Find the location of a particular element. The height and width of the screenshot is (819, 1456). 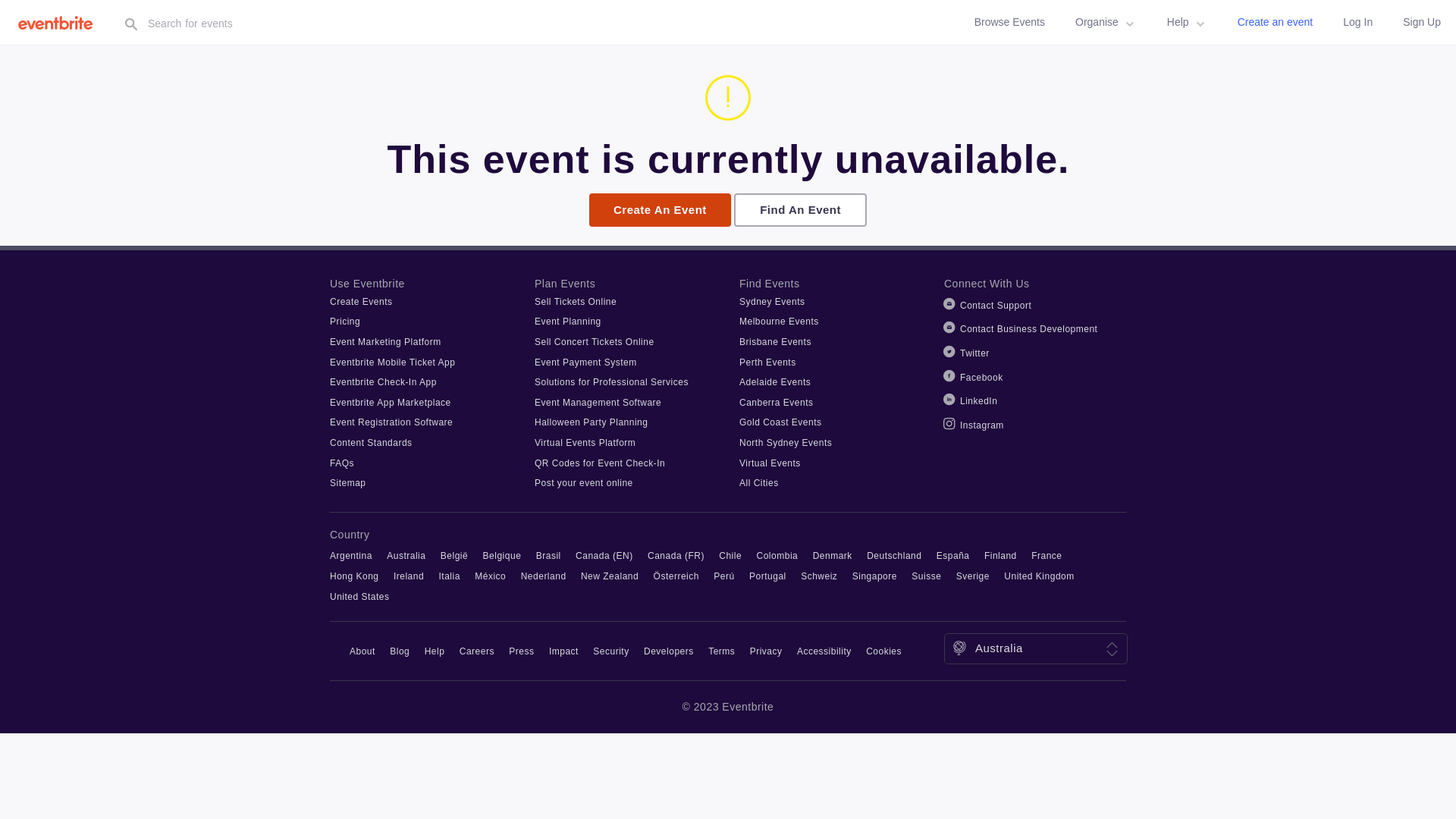

'Solutions for Professional Services' is located at coordinates (611, 381).